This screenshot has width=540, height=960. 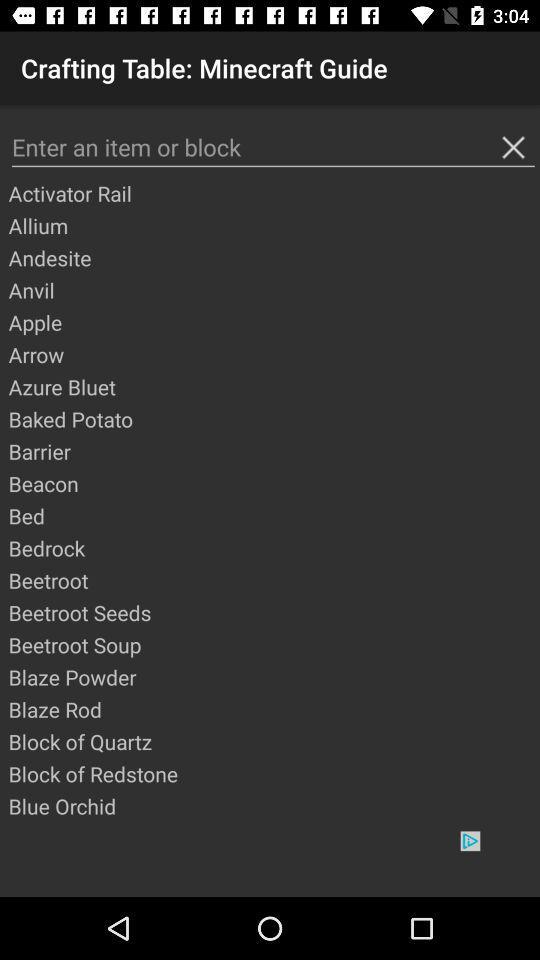 What do you see at coordinates (272, 644) in the screenshot?
I see `the item below the beetroot seeds` at bounding box center [272, 644].